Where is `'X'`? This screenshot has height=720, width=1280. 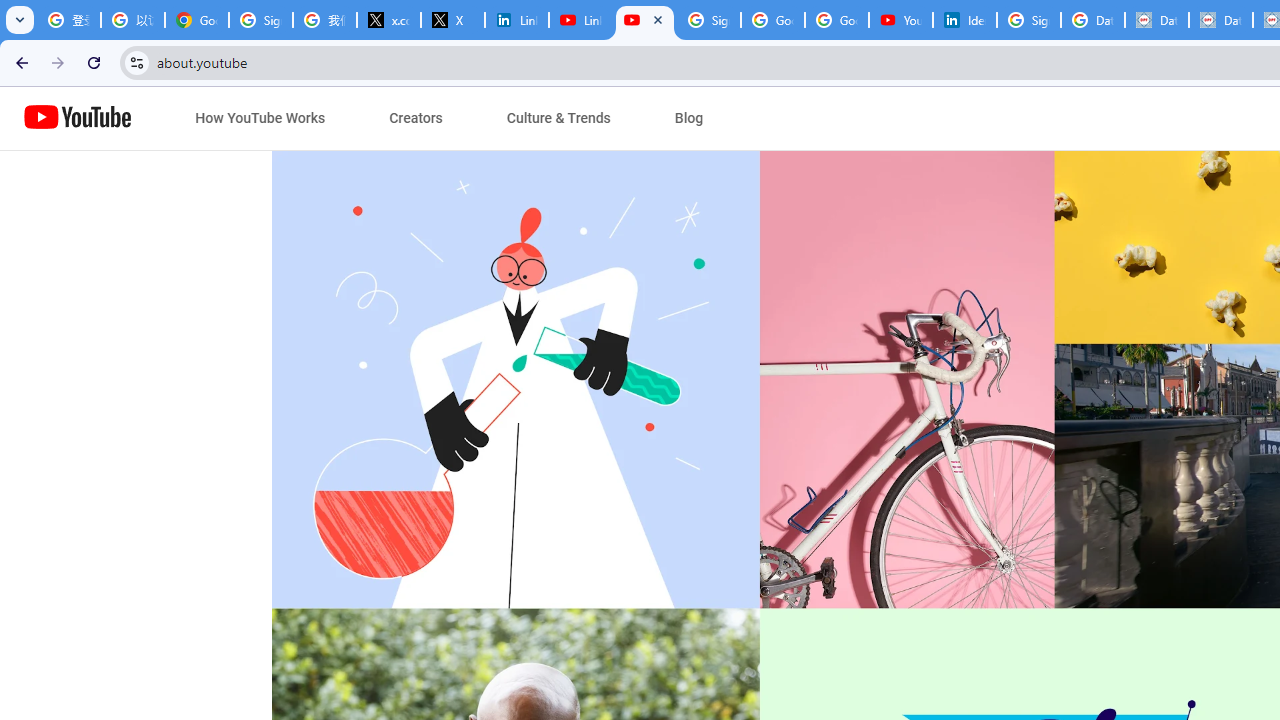
'X' is located at coordinates (452, 20).